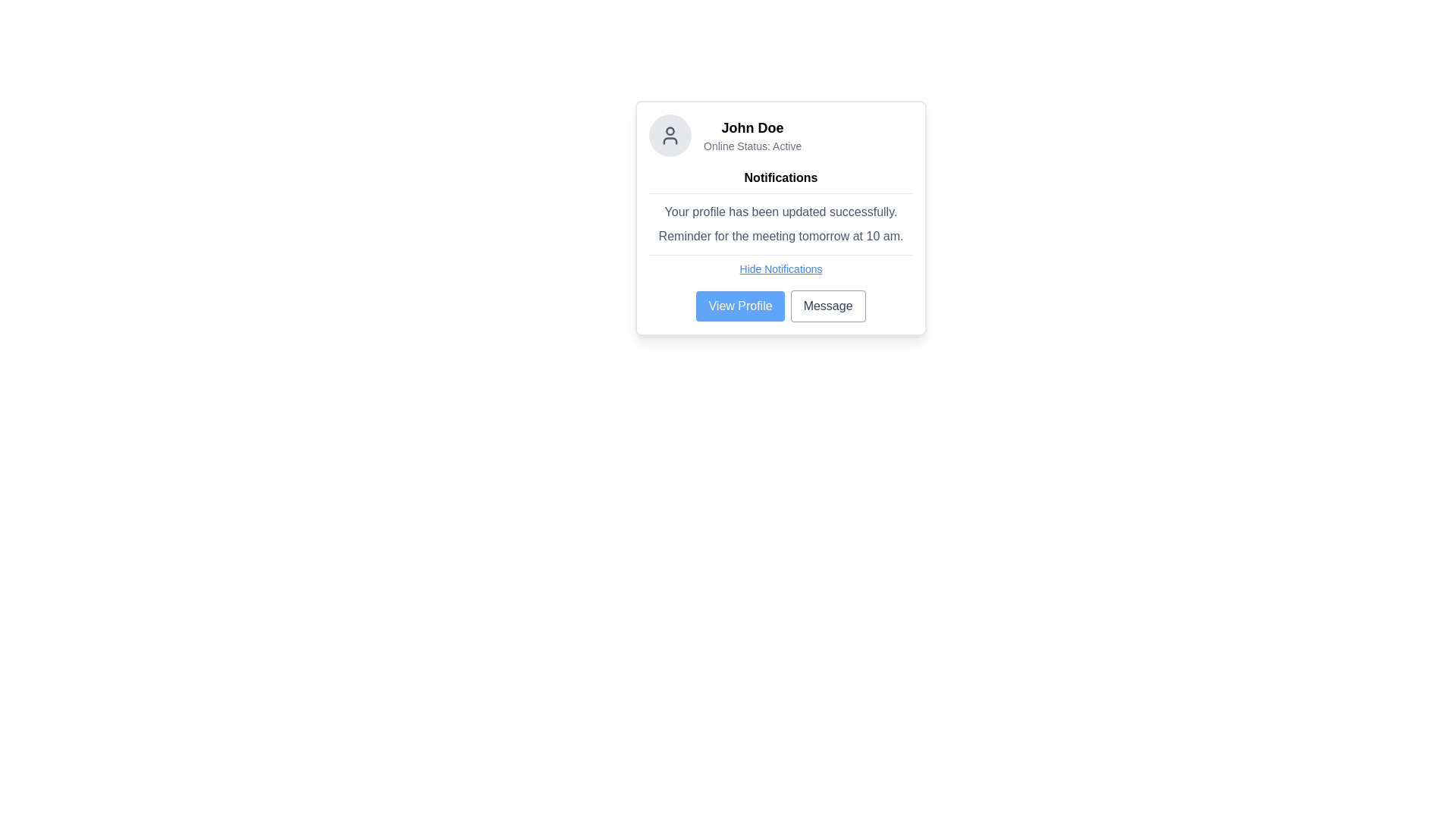  Describe the element at coordinates (752, 134) in the screenshot. I see `text content displayed in large bold text ('John Doe') and the smaller gray text ('Online Status: Active') located to the right of the avatar icon` at that location.